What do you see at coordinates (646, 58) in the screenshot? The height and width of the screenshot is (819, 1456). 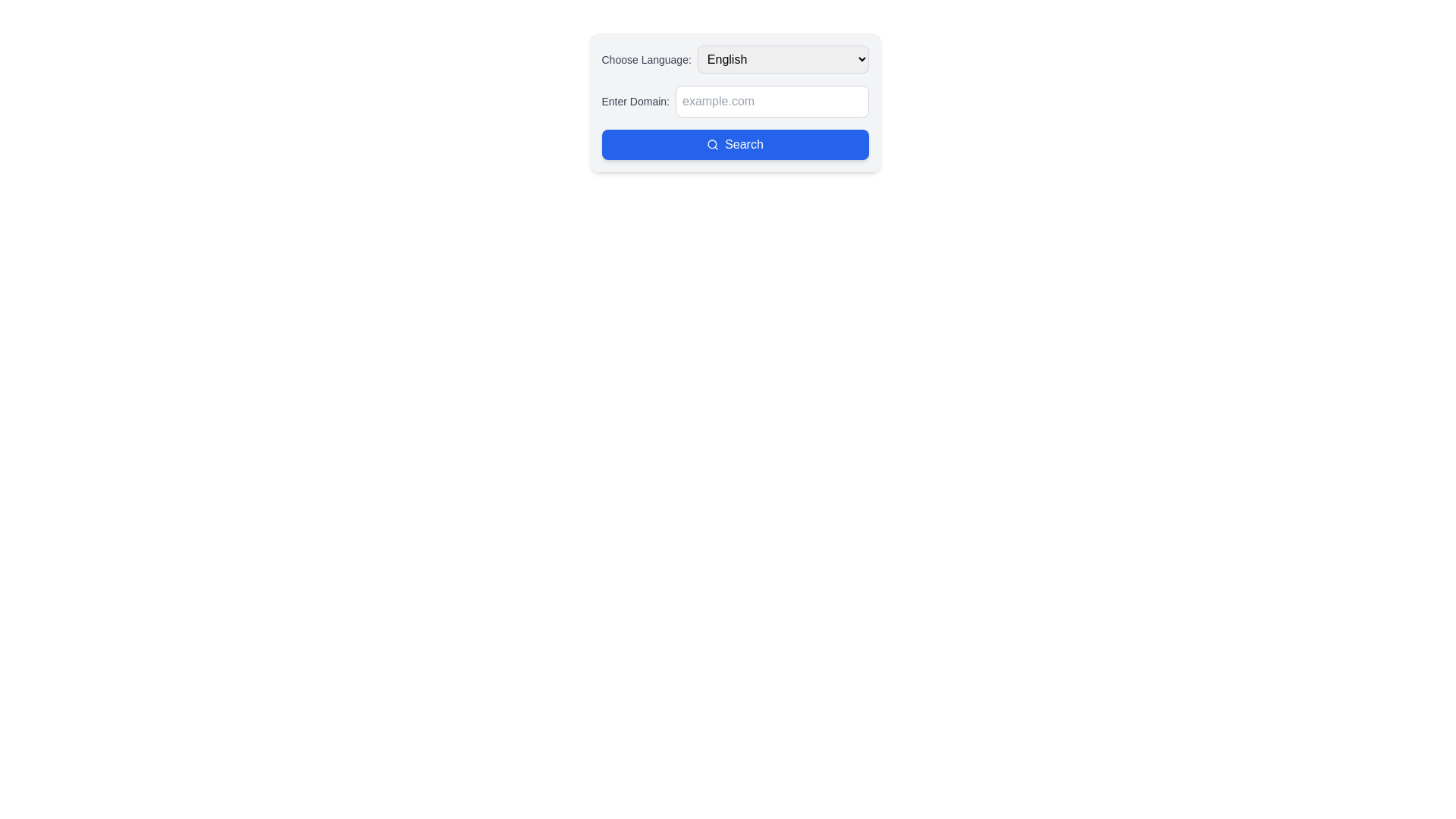 I see `the 'Choose Language:' text label, which is styled in gray with a small font size and located at the top-left corner of the language selection section` at bounding box center [646, 58].